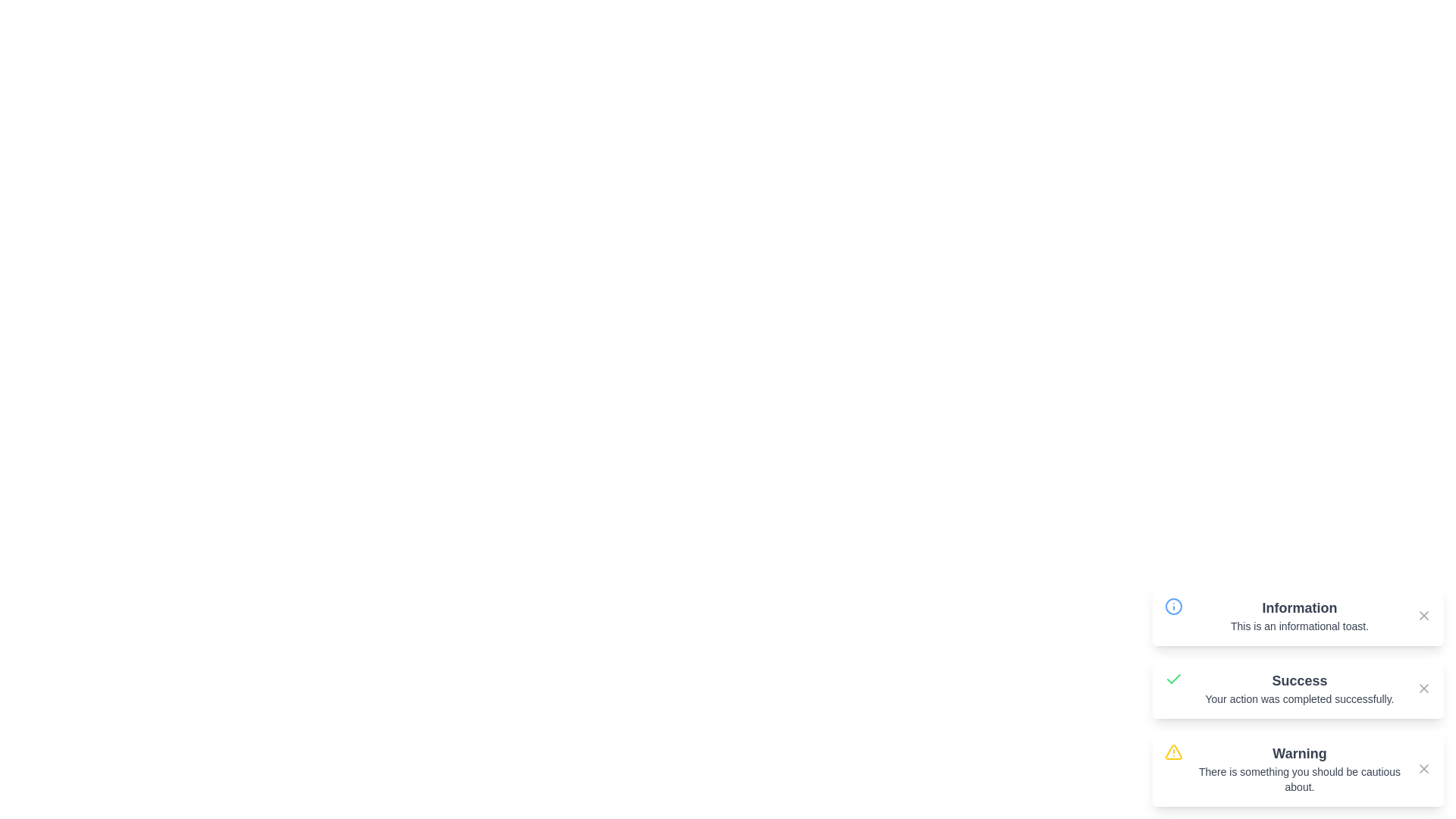 This screenshot has width=1456, height=819. What do you see at coordinates (1298, 769) in the screenshot?
I see `warning message displayed in the text block located in the warning card, positioned to the right of the caution icon` at bounding box center [1298, 769].